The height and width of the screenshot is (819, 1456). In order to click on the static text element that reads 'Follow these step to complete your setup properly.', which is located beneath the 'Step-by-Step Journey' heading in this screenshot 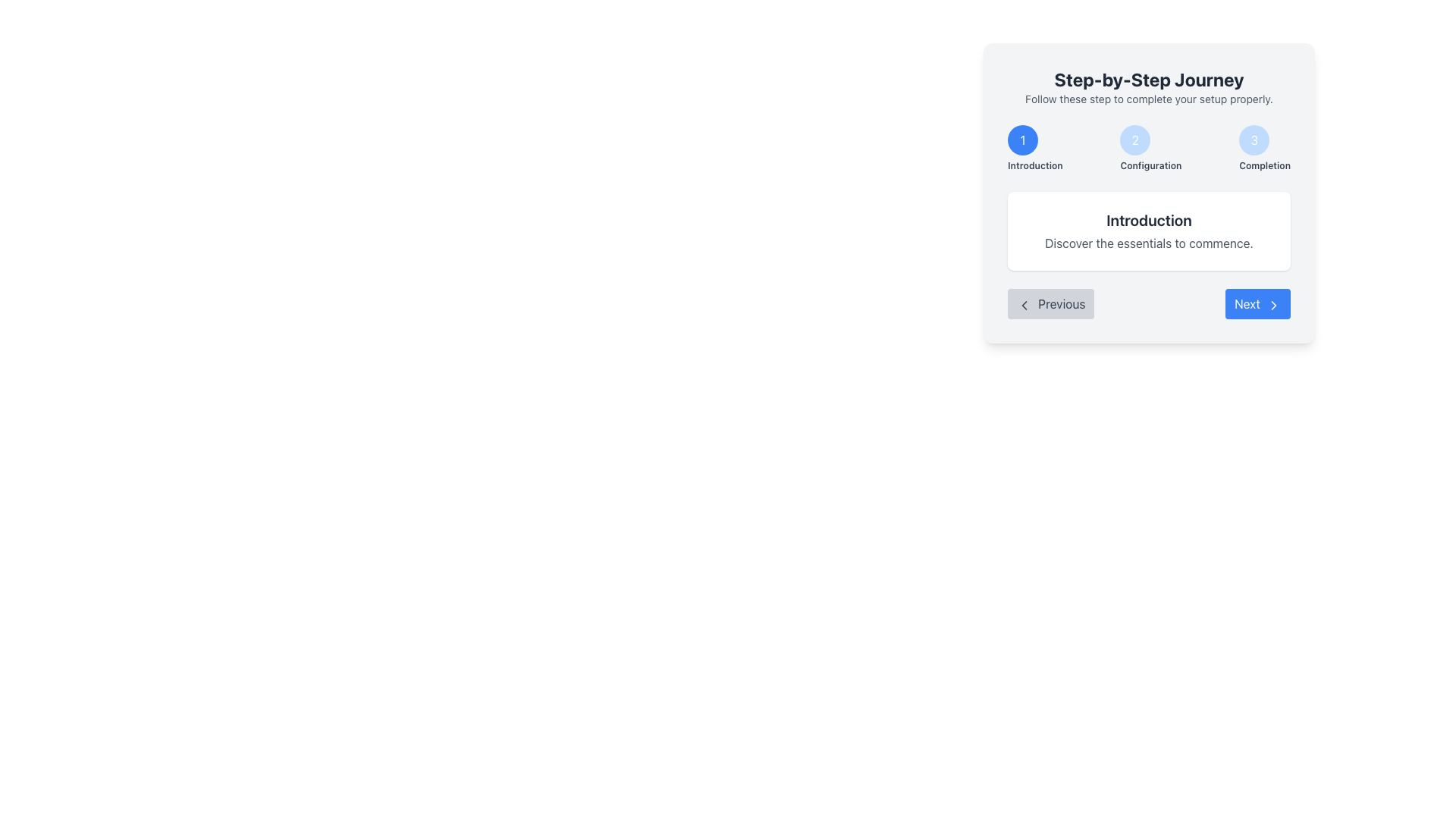, I will do `click(1149, 99)`.